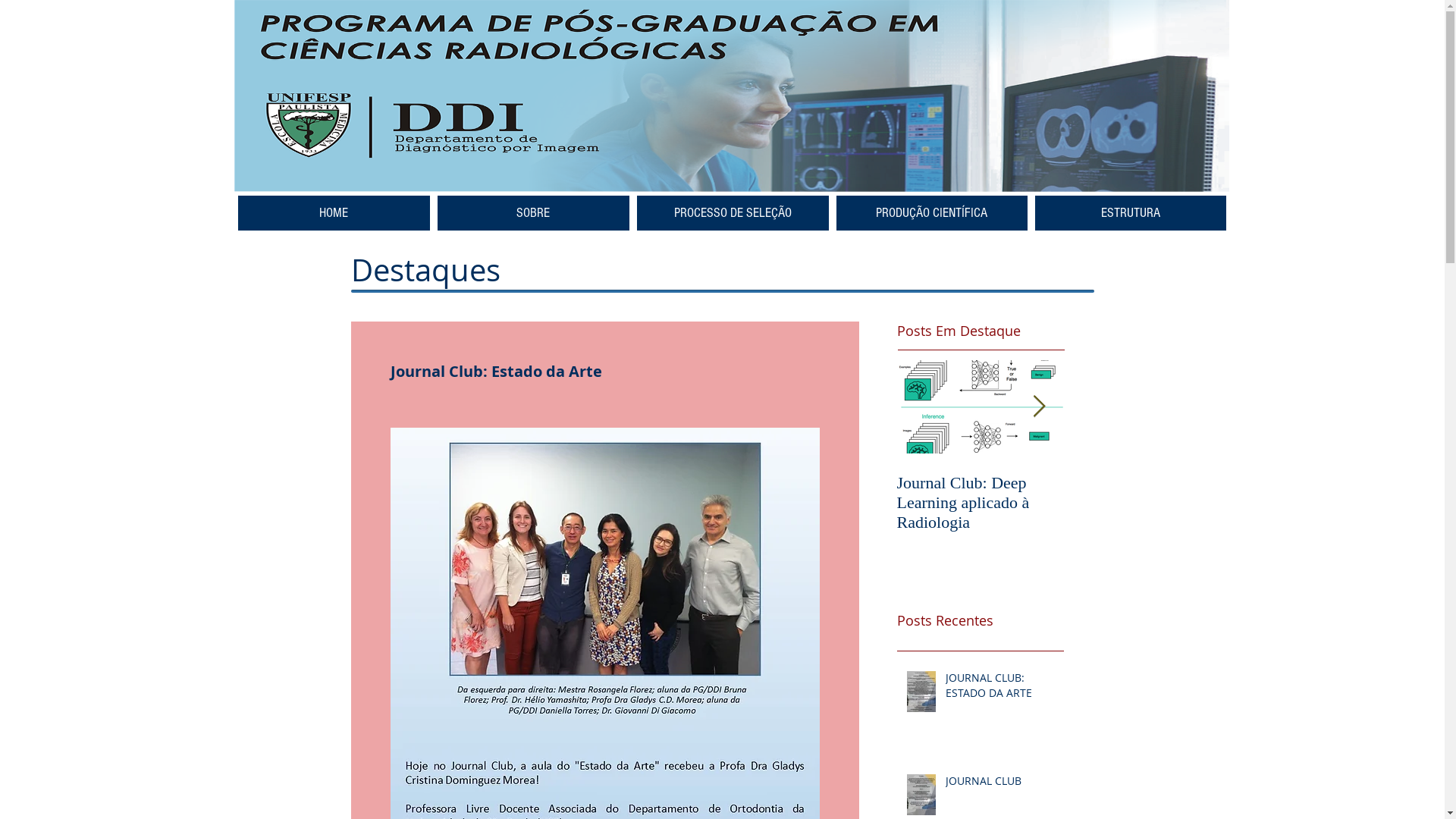 The image size is (1456, 819). I want to click on 'JOURNAL CLUB: ESTADO DA ARTE', so click(999, 688).